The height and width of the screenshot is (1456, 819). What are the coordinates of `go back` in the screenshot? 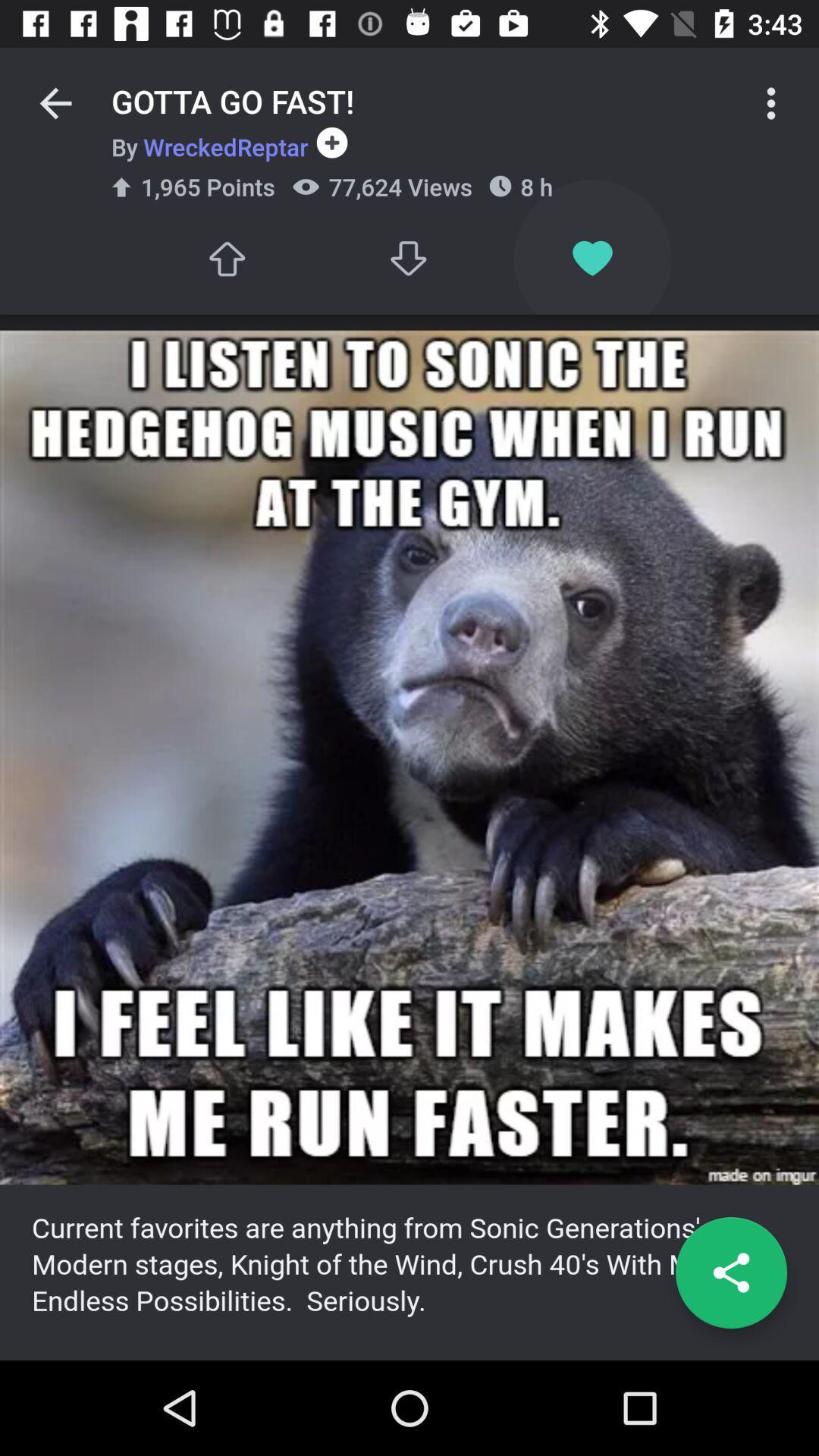 It's located at (55, 102).